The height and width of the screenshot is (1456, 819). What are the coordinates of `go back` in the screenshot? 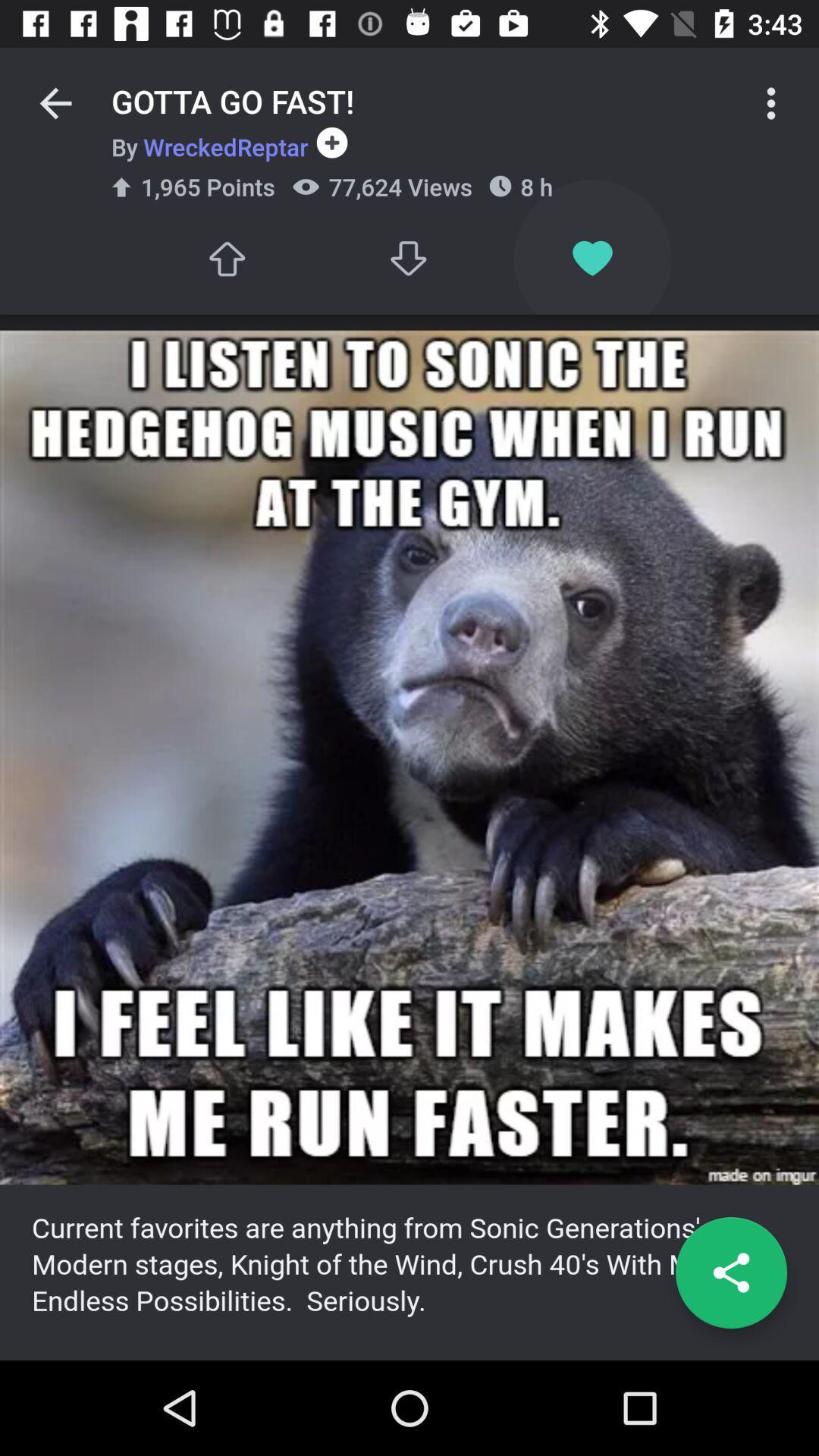 It's located at (55, 102).